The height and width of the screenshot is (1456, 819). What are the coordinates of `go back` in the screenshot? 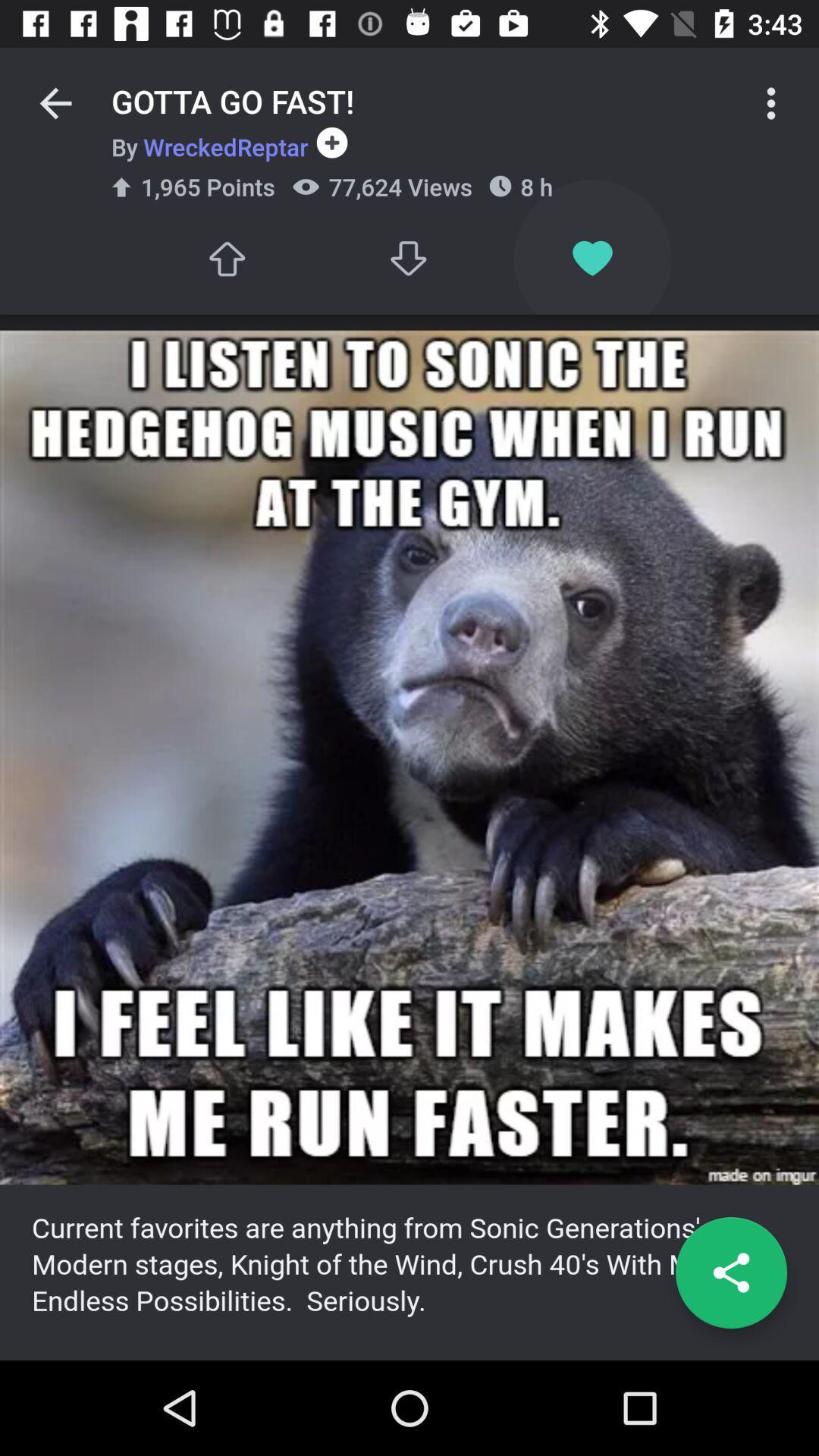 It's located at (55, 102).